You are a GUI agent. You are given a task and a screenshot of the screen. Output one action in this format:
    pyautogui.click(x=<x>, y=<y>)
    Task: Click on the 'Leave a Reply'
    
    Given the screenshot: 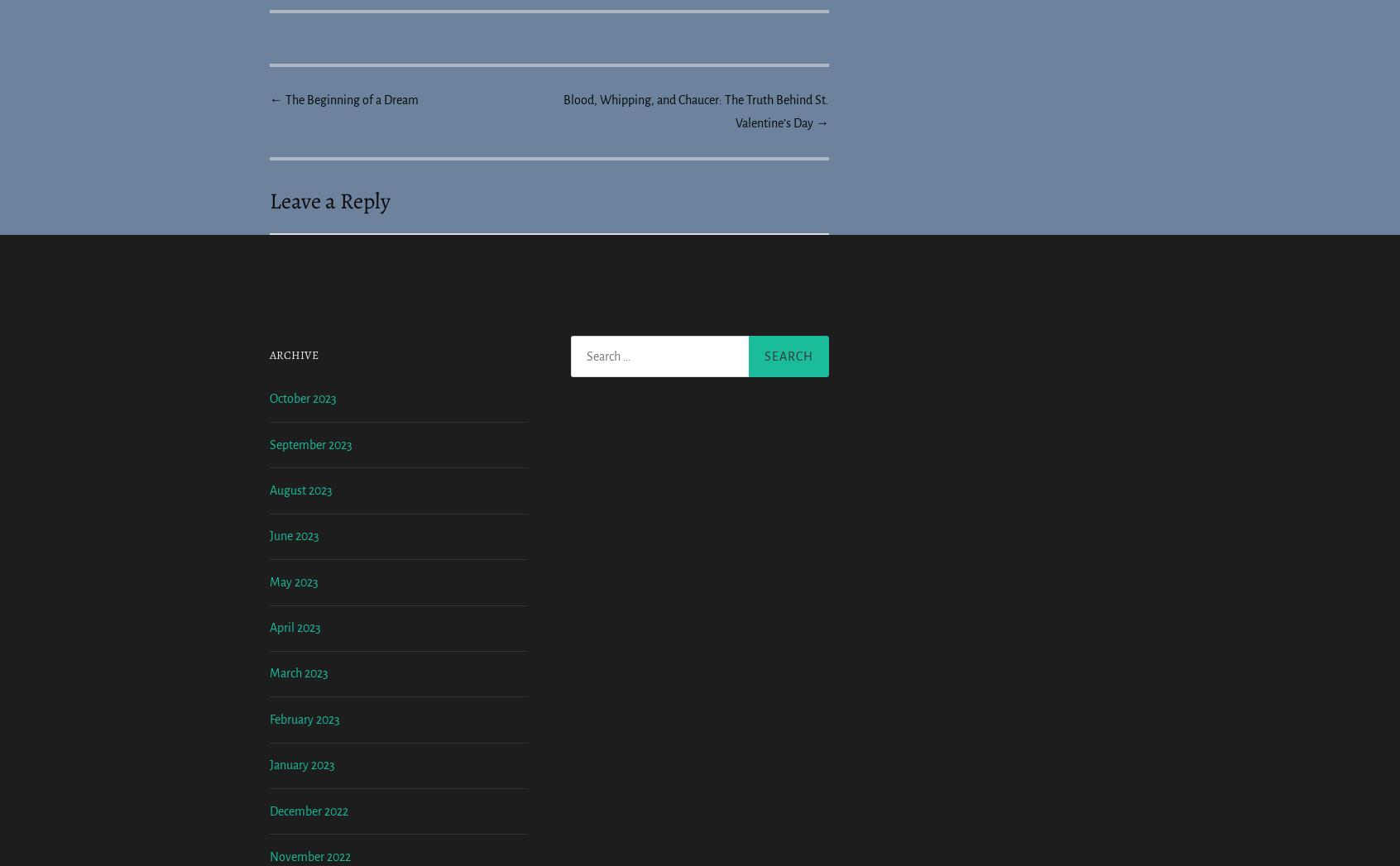 What is the action you would take?
    pyautogui.click(x=329, y=201)
    